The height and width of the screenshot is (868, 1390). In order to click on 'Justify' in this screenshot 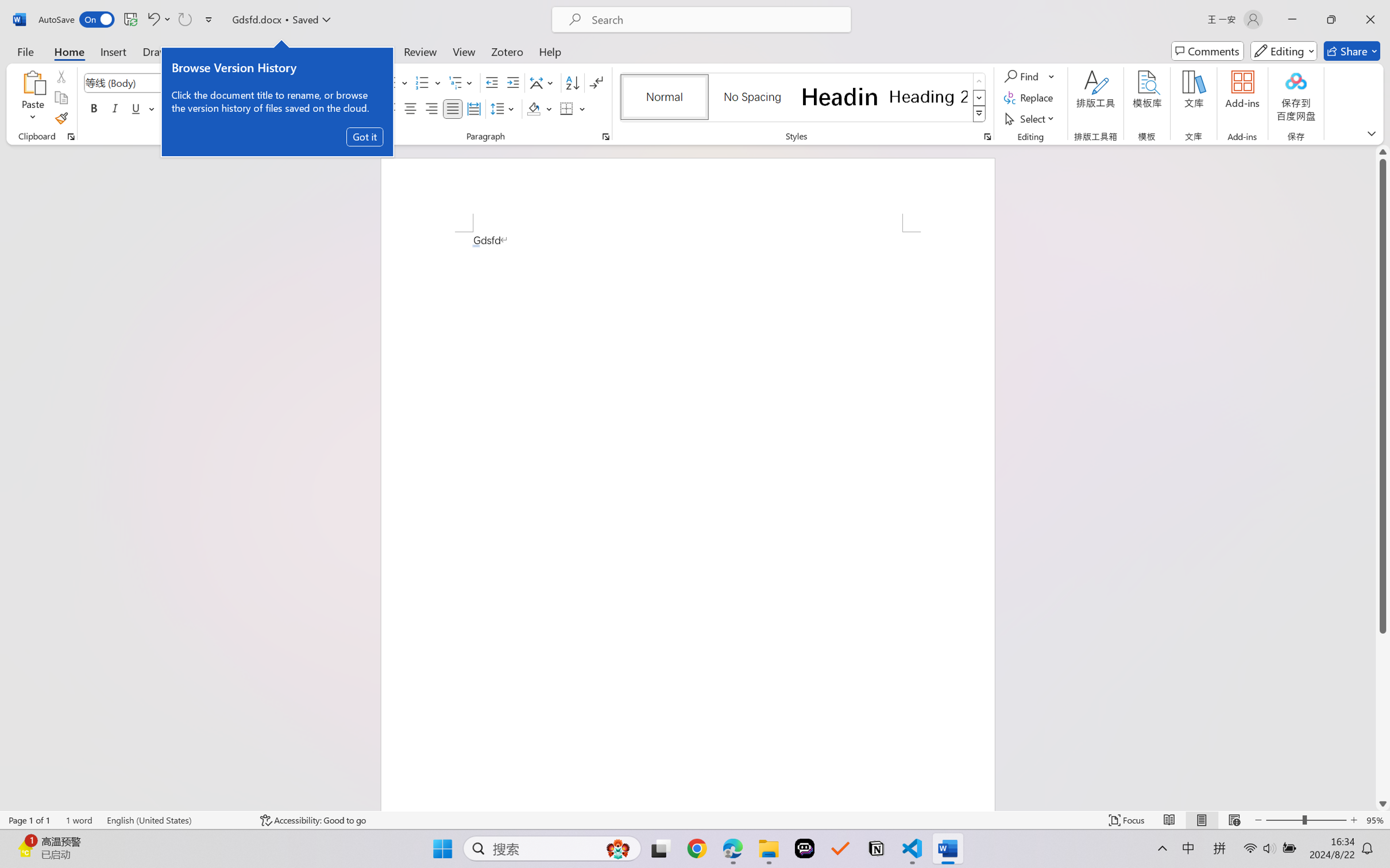, I will do `click(452, 108)`.